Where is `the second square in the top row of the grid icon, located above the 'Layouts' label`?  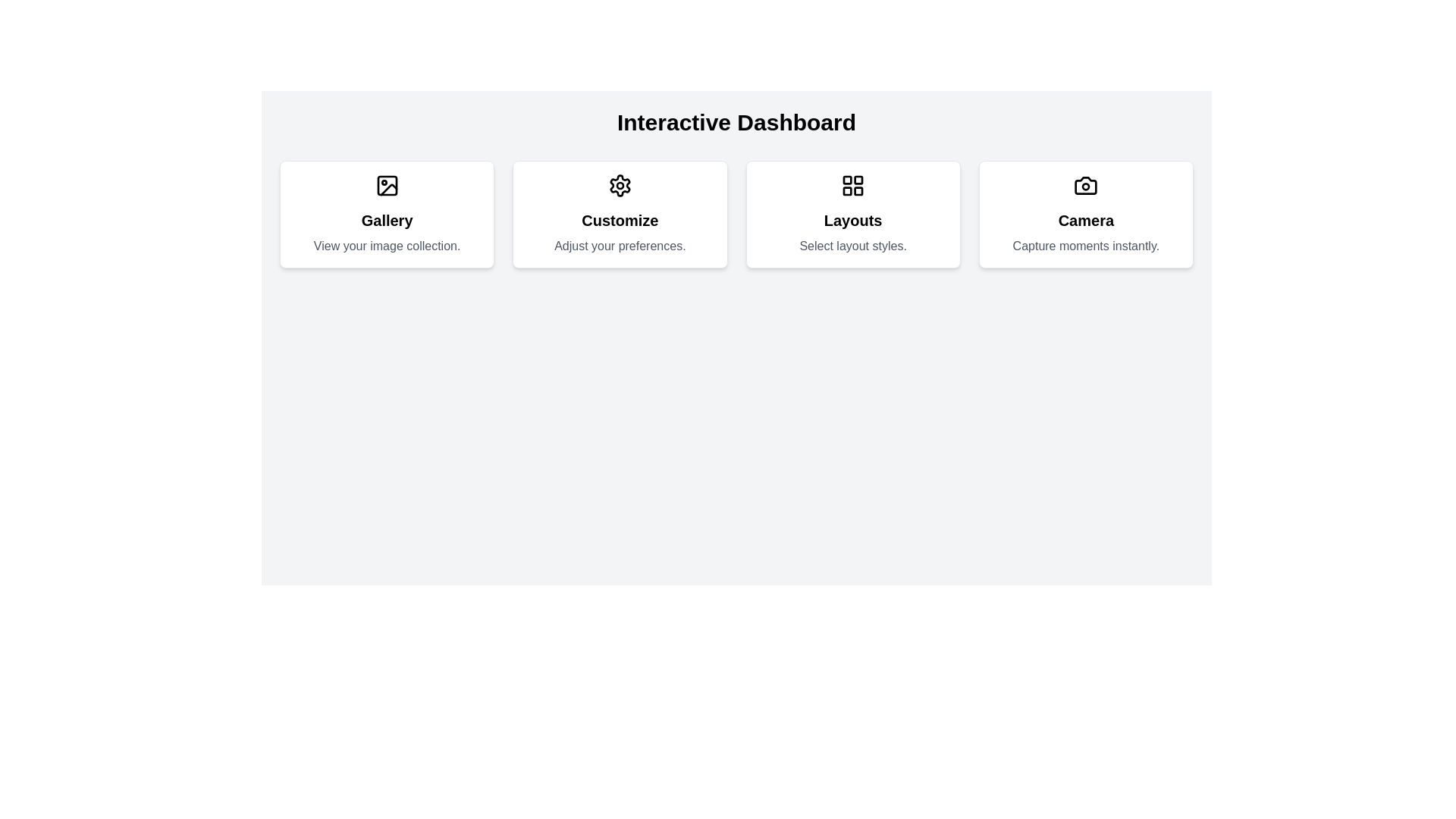
the second square in the top row of the grid icon, located above the 'Layouts' label is located at coordinates (858, 179).